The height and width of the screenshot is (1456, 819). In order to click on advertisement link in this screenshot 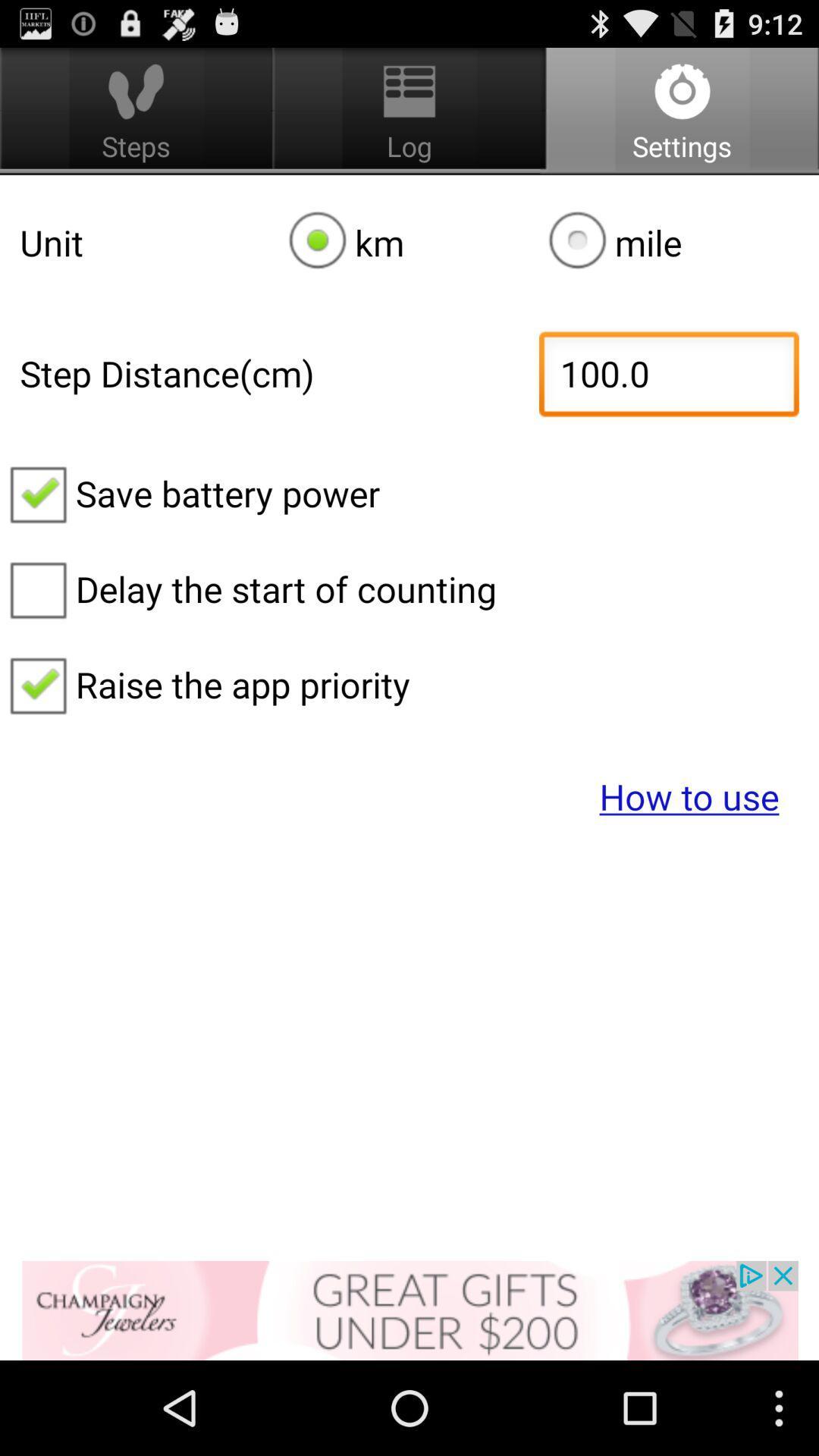, I will do `click(409, 1310)`.